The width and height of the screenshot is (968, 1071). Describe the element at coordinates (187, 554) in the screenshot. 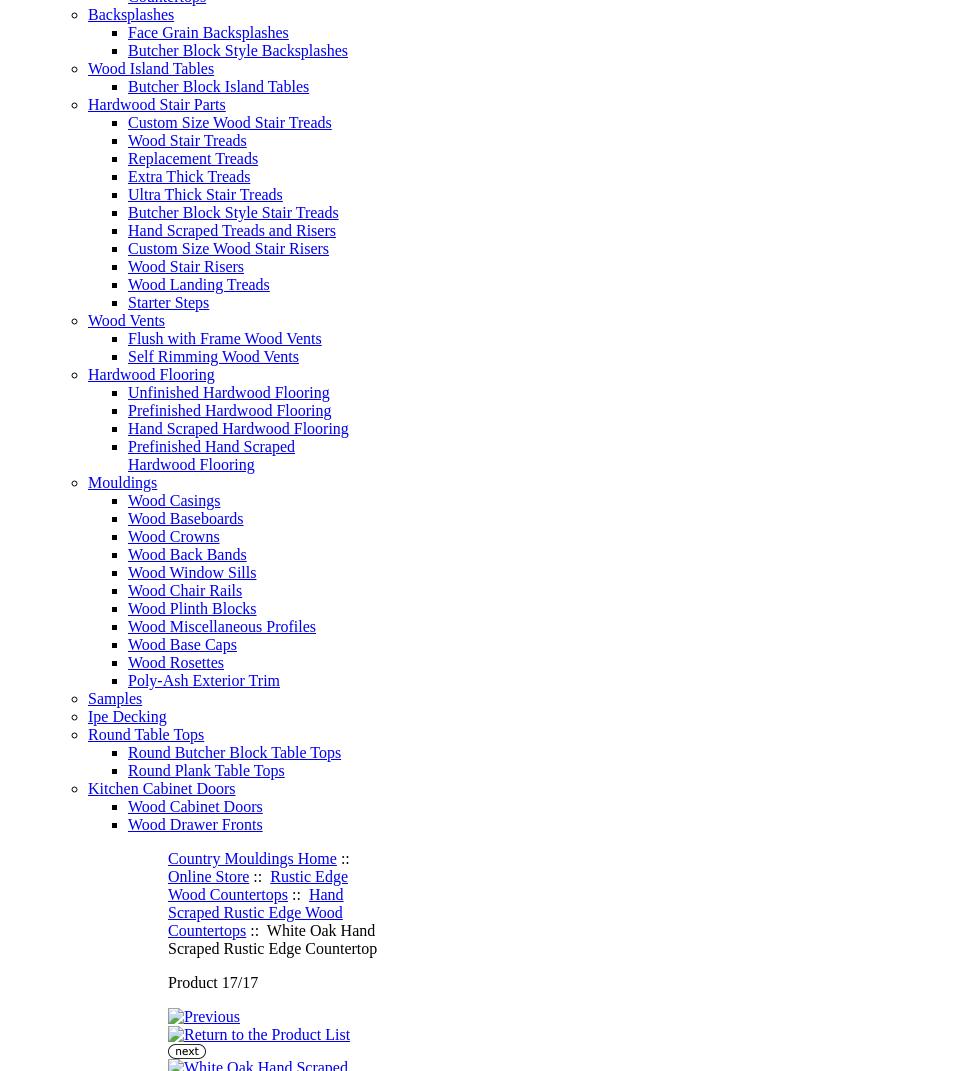

I see `'Wood Back Bands'` at that location.